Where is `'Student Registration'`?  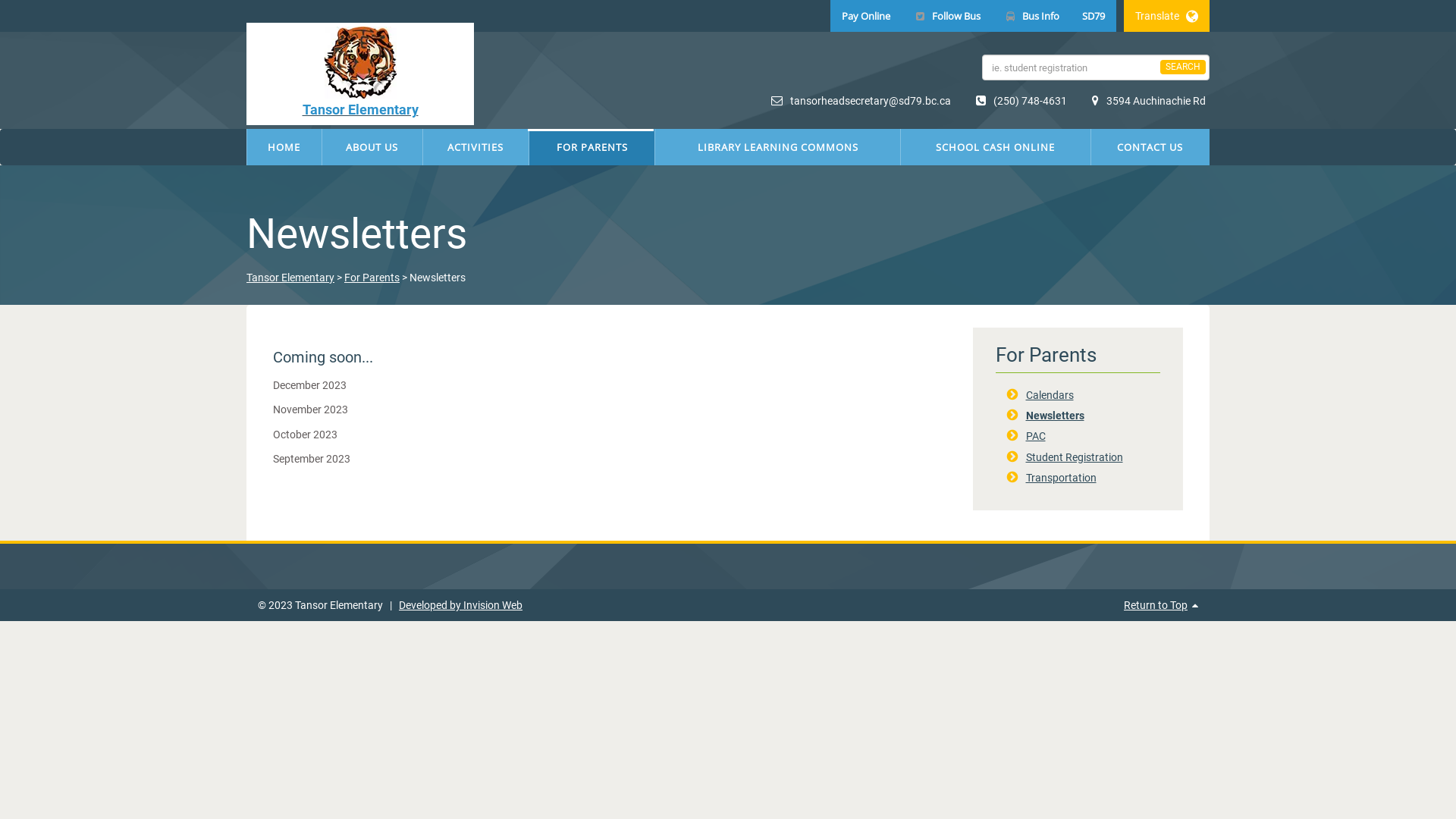 'Student Registration' is located at coordinates (1073, 456).